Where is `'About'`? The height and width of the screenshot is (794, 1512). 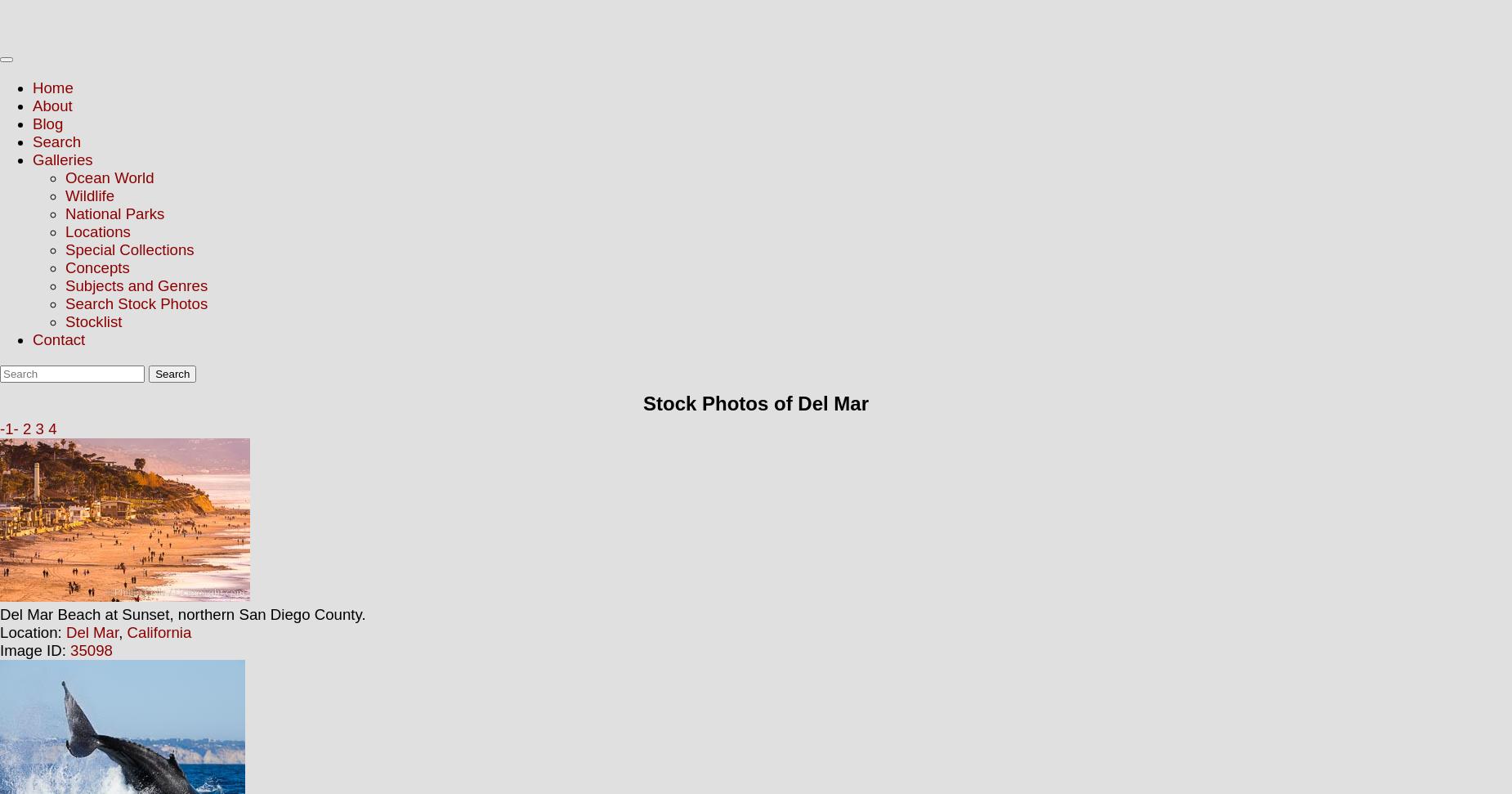
'About' is located at coordinates (51, 105).